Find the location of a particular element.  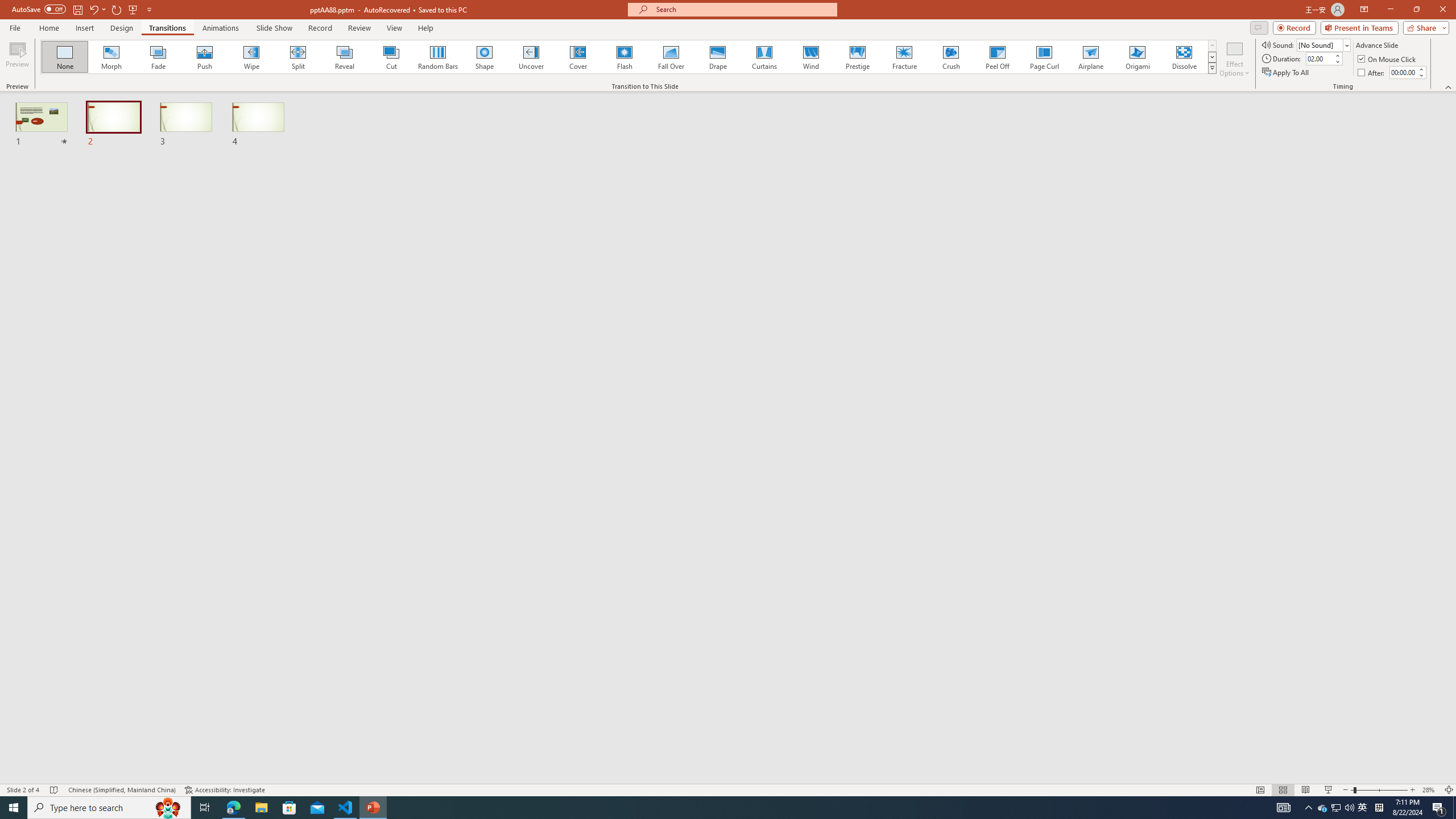

'Fracture' is located at coordinates (904, 56).